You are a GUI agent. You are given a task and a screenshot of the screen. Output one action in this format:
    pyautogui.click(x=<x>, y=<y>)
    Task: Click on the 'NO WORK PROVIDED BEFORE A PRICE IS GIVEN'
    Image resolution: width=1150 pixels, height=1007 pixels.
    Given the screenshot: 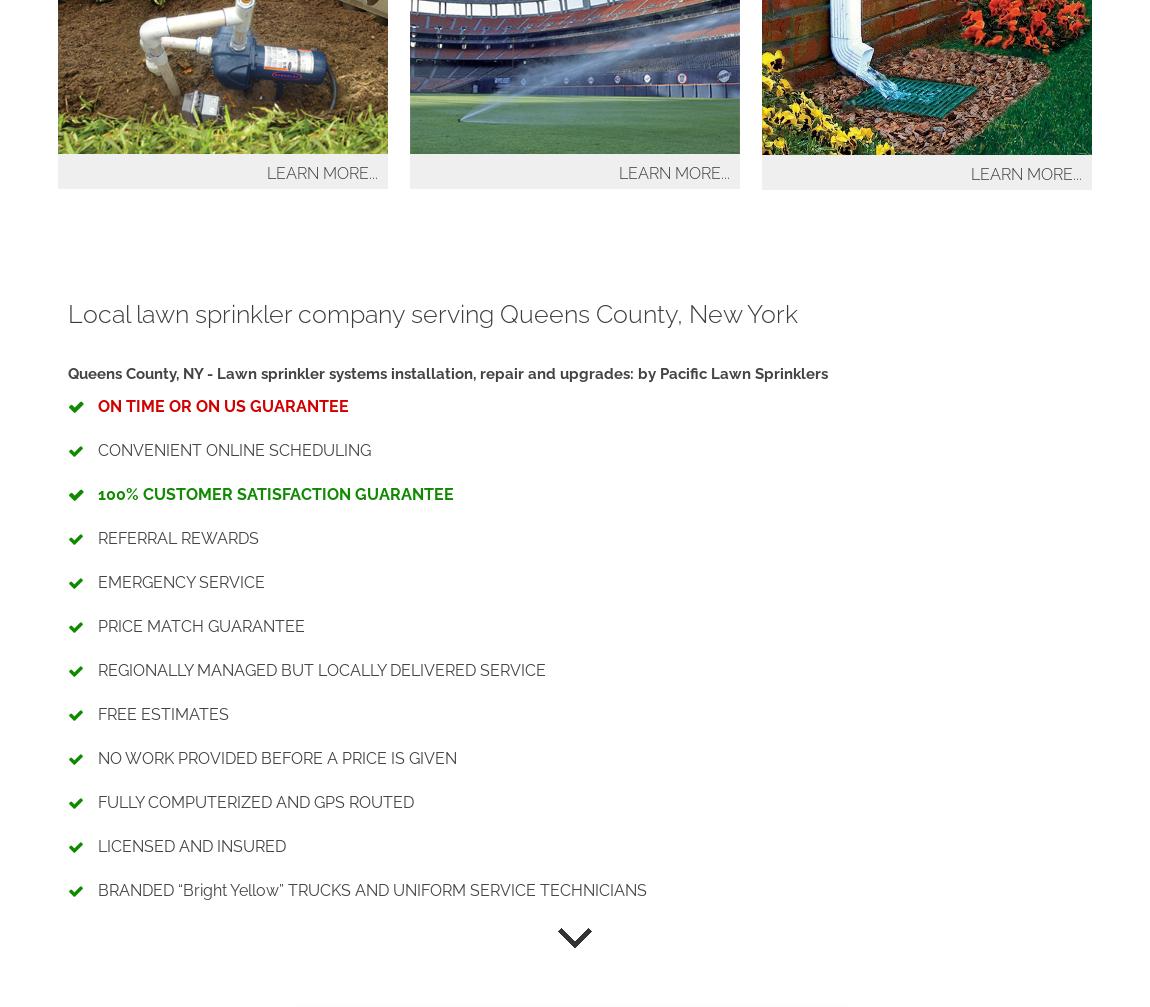 What is the action you would take?
    pyautogui.click(x=275, y=757)
    